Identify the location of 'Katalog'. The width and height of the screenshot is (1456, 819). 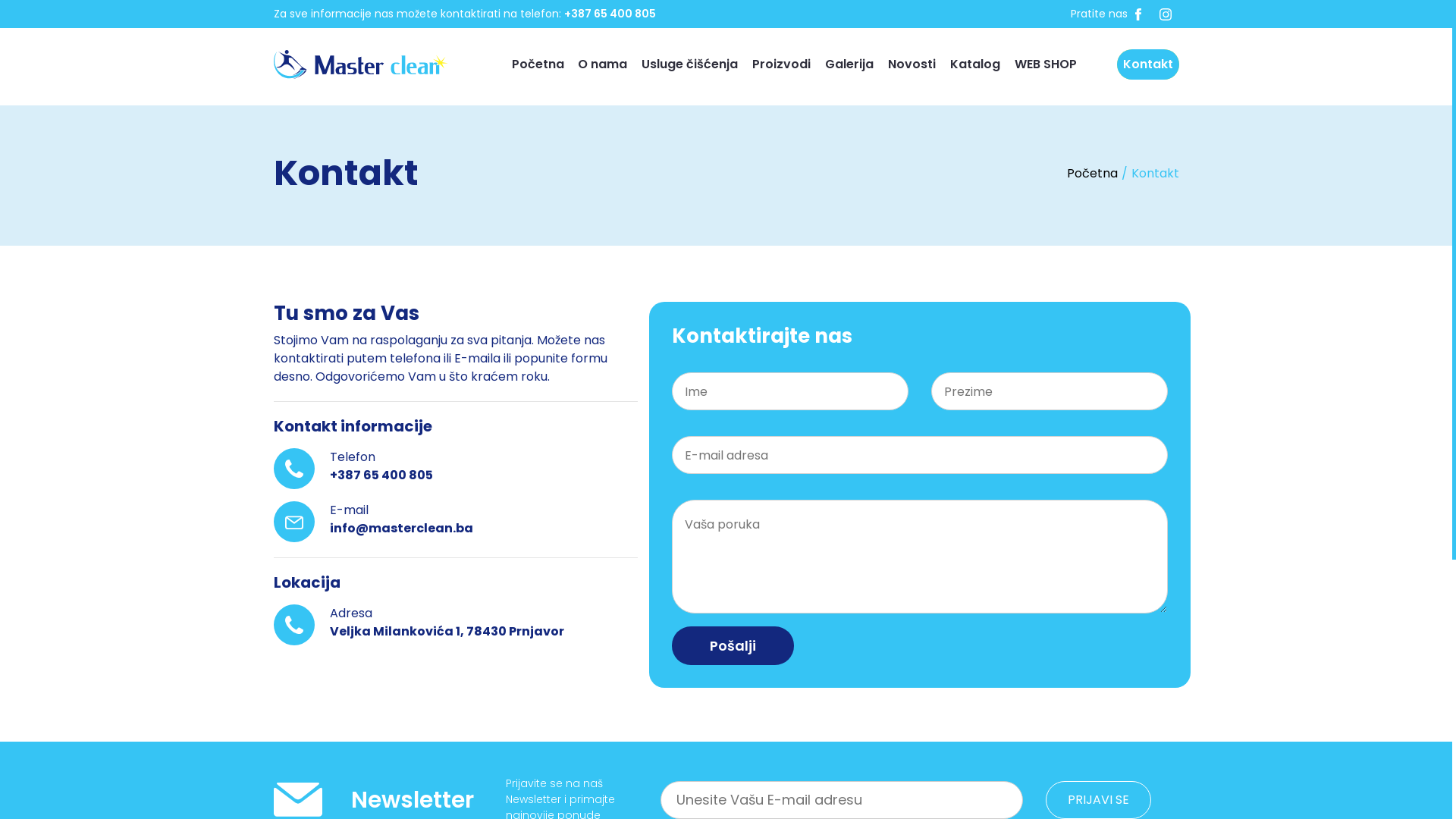
(975, 63).